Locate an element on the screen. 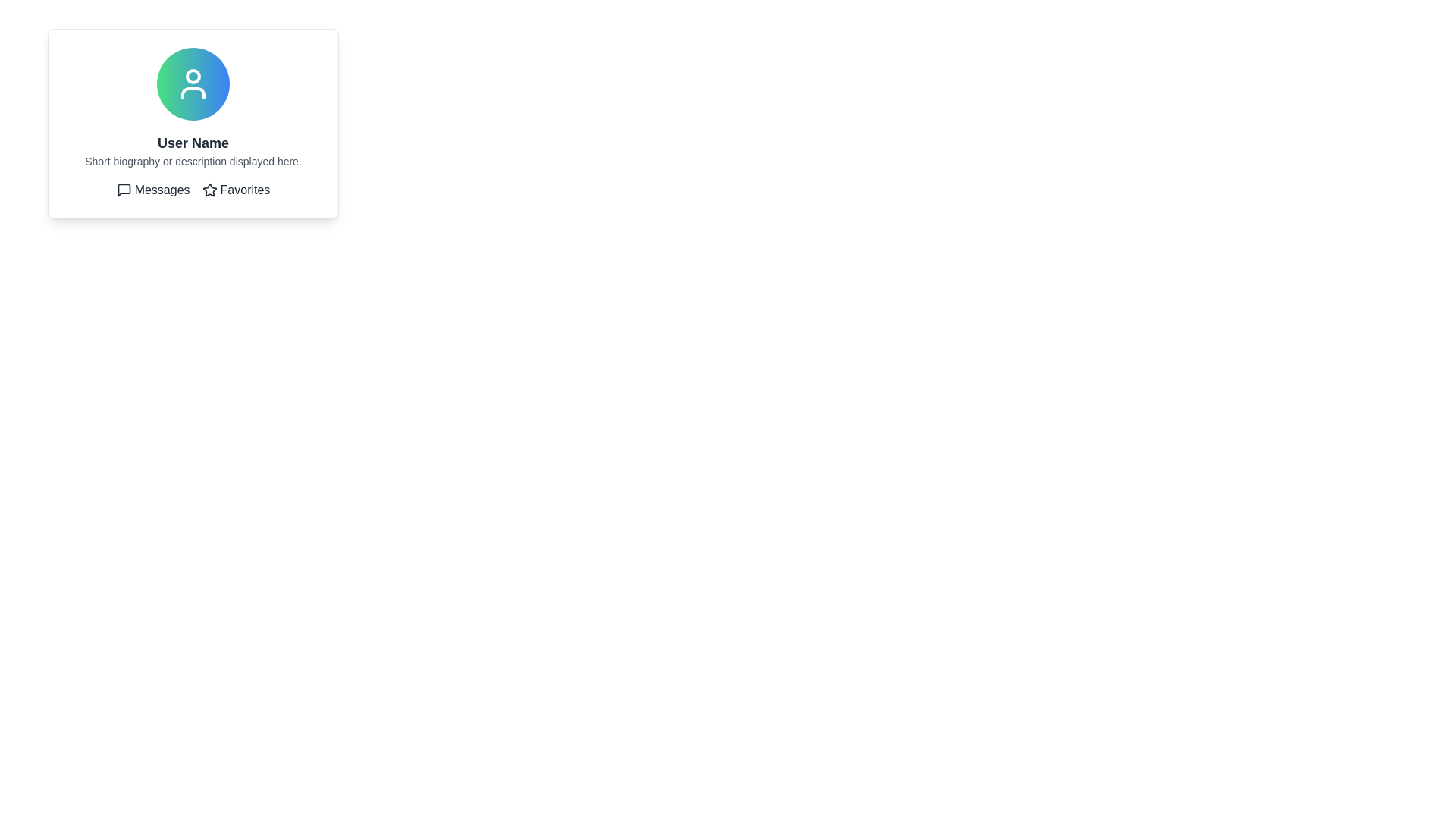 The height and width of the screenshot is (819, 1456). the static text label that provides descriptive text or biography, positioned below the 'User Name' and above the 'Messages' and 'Favorites' rows in the card layout is located at coordinates (192, 161).